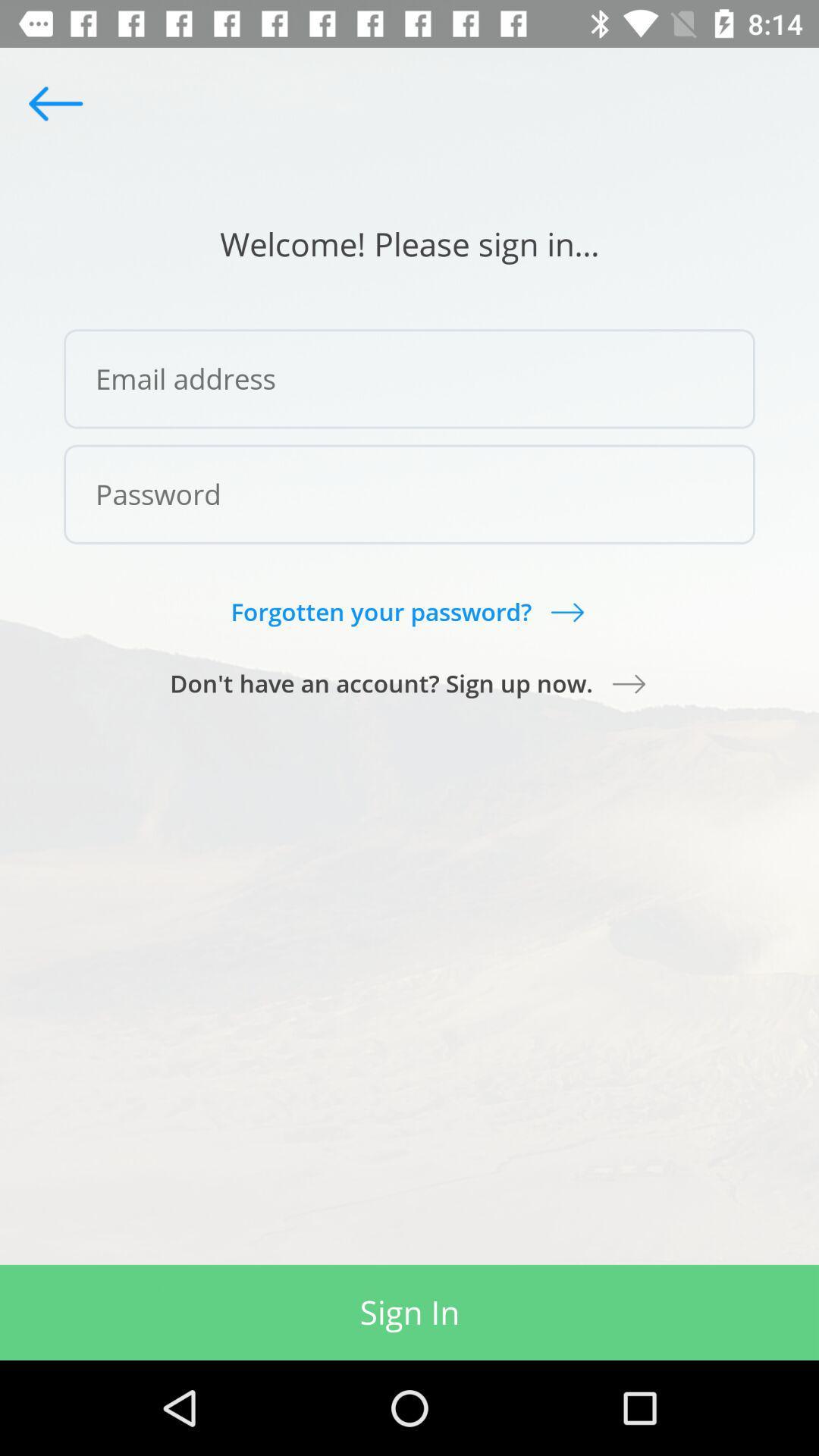 The width and height of the screenshot is (819, 1456). What do you see at coordinates (409, 494) in the screenshot?
I see `password` at bounding box center [409, 494].